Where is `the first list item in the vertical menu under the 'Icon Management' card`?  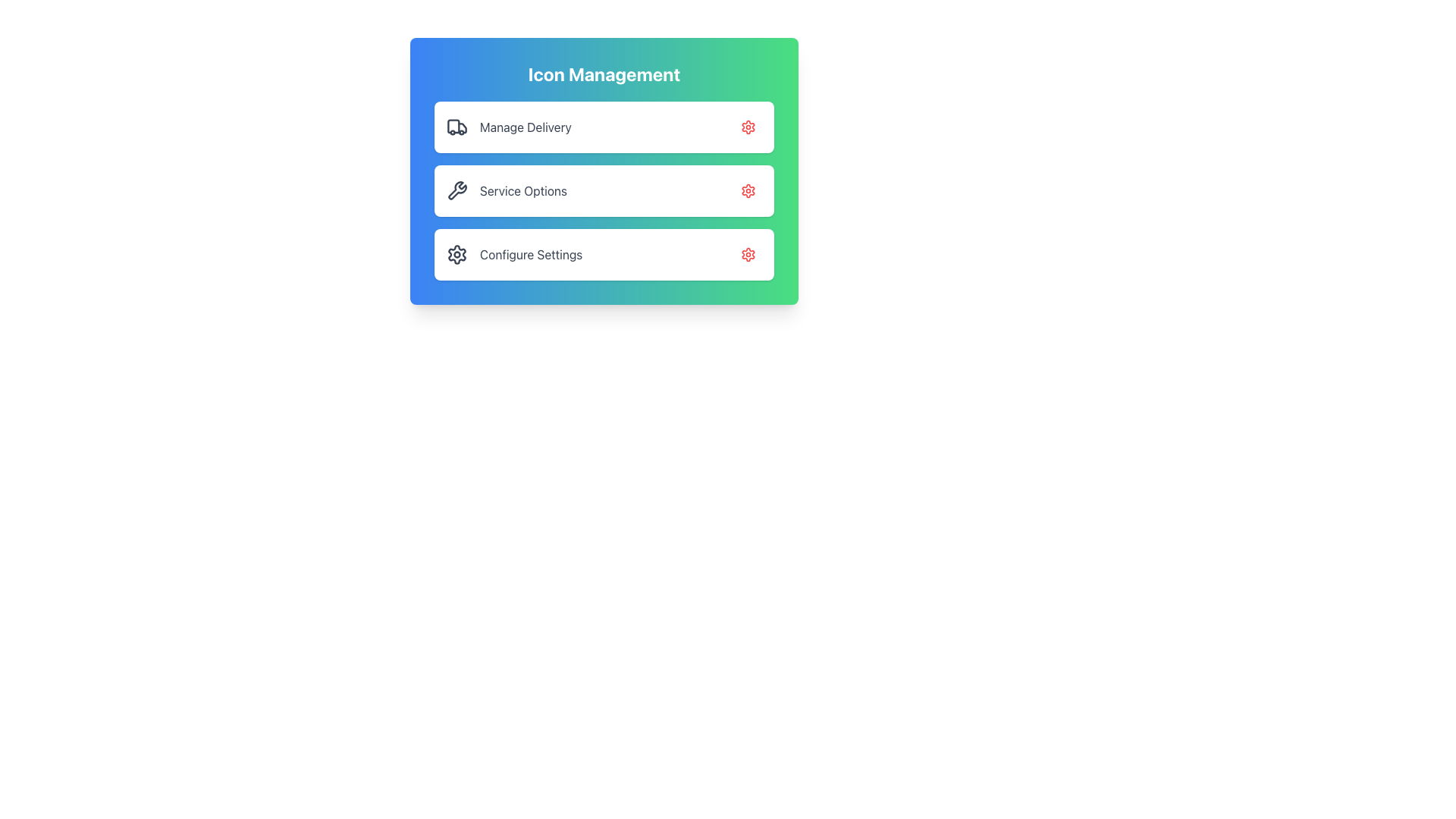
the first list item in the vertical menu under the 'Icon Management' card is located at coordinates (509, 127).